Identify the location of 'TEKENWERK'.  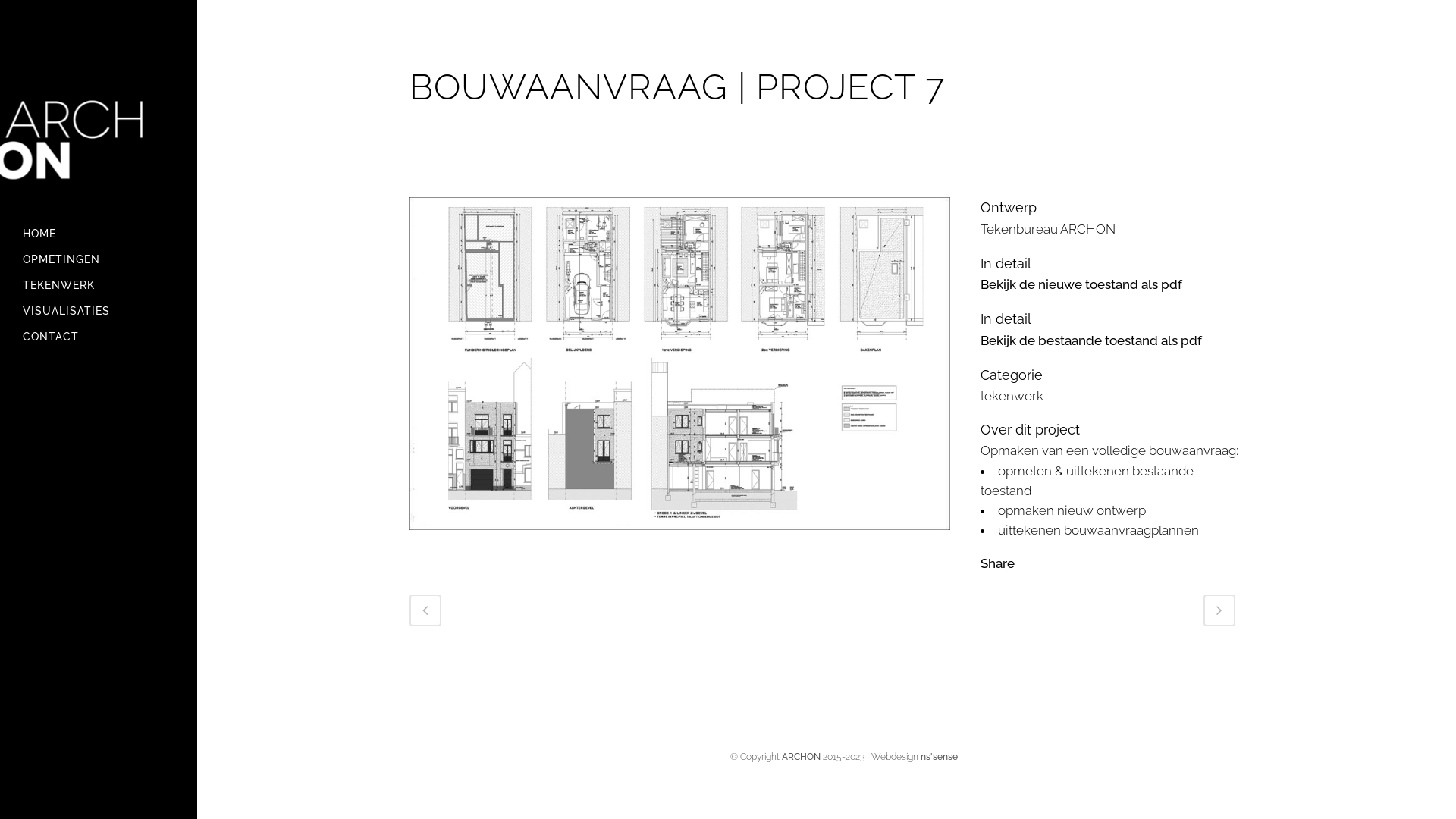
(97, 284).